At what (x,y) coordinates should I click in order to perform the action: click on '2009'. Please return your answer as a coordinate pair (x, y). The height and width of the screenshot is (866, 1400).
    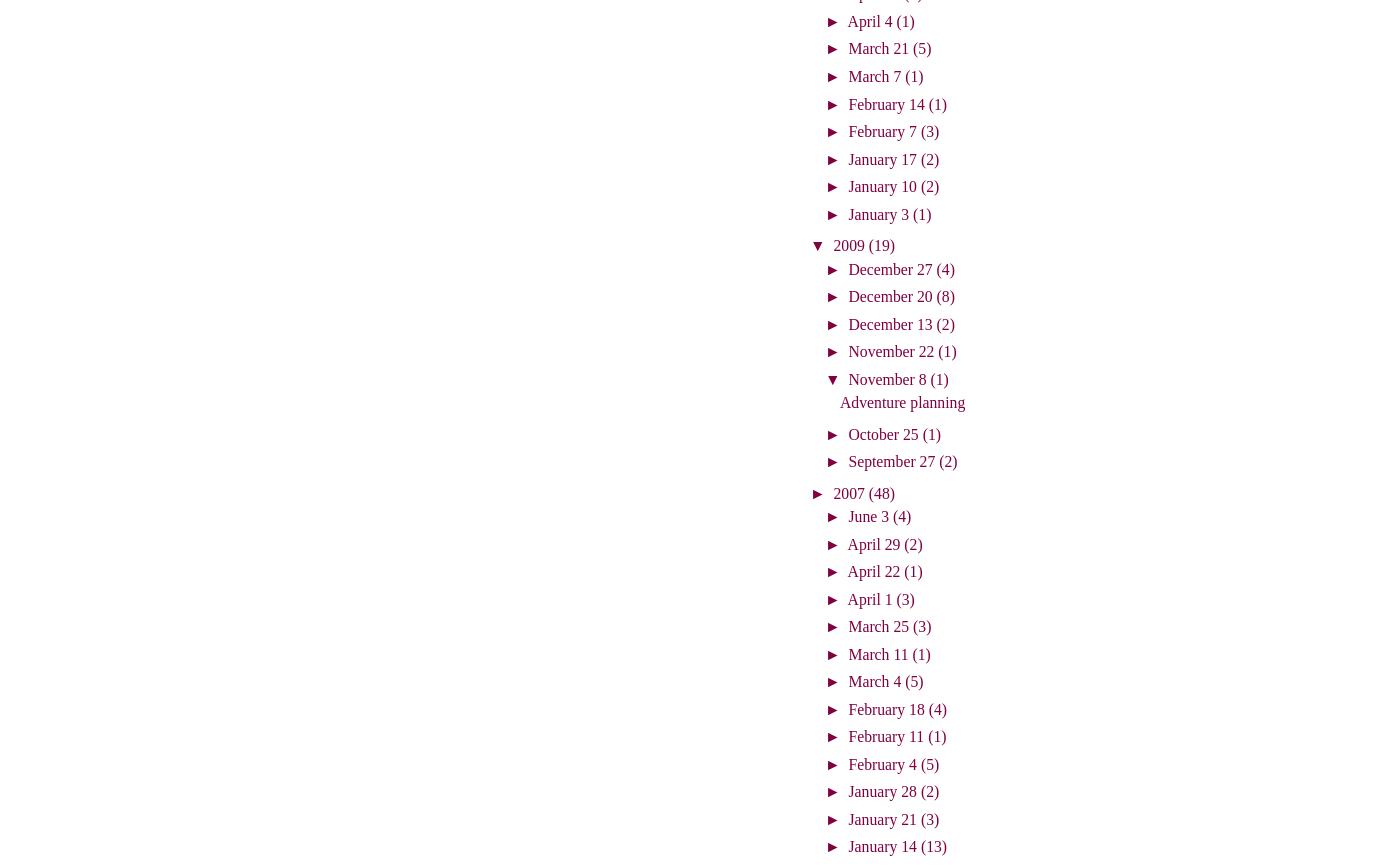
    Looking at the image, I should click on (833, 244).